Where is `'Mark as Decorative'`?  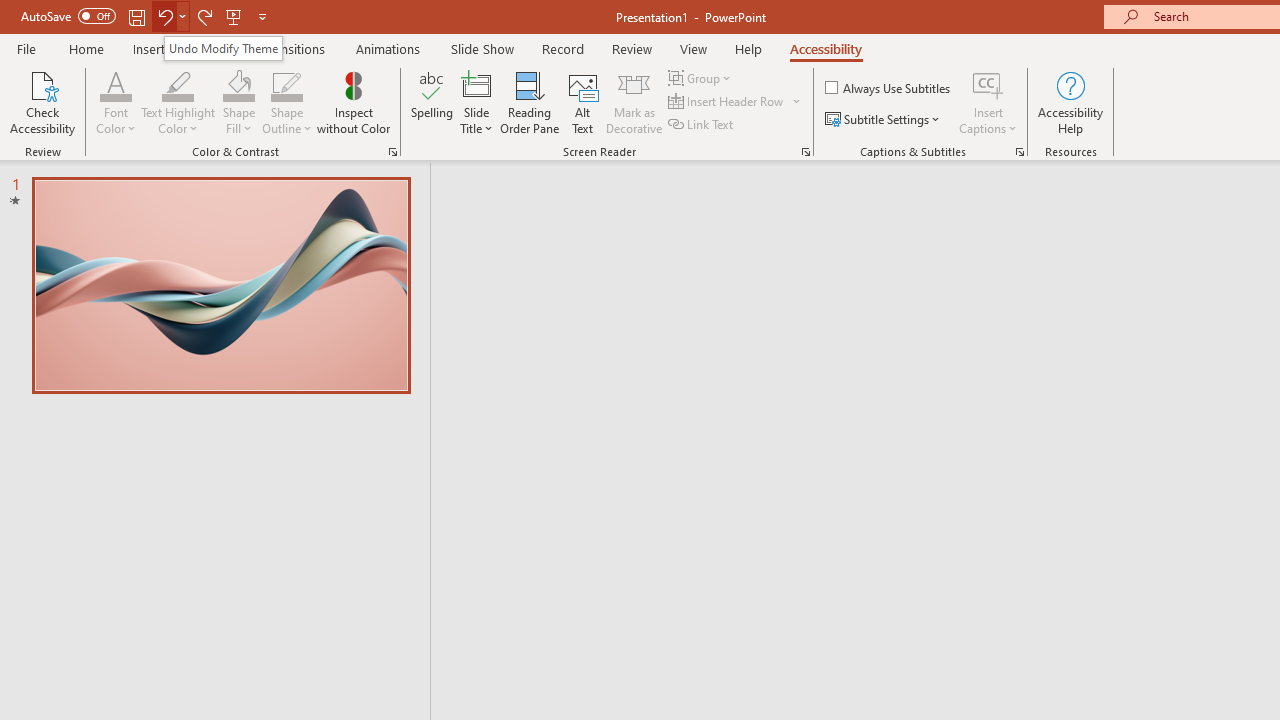 'Mark as Decorative' is located at coordinates (633, 103).